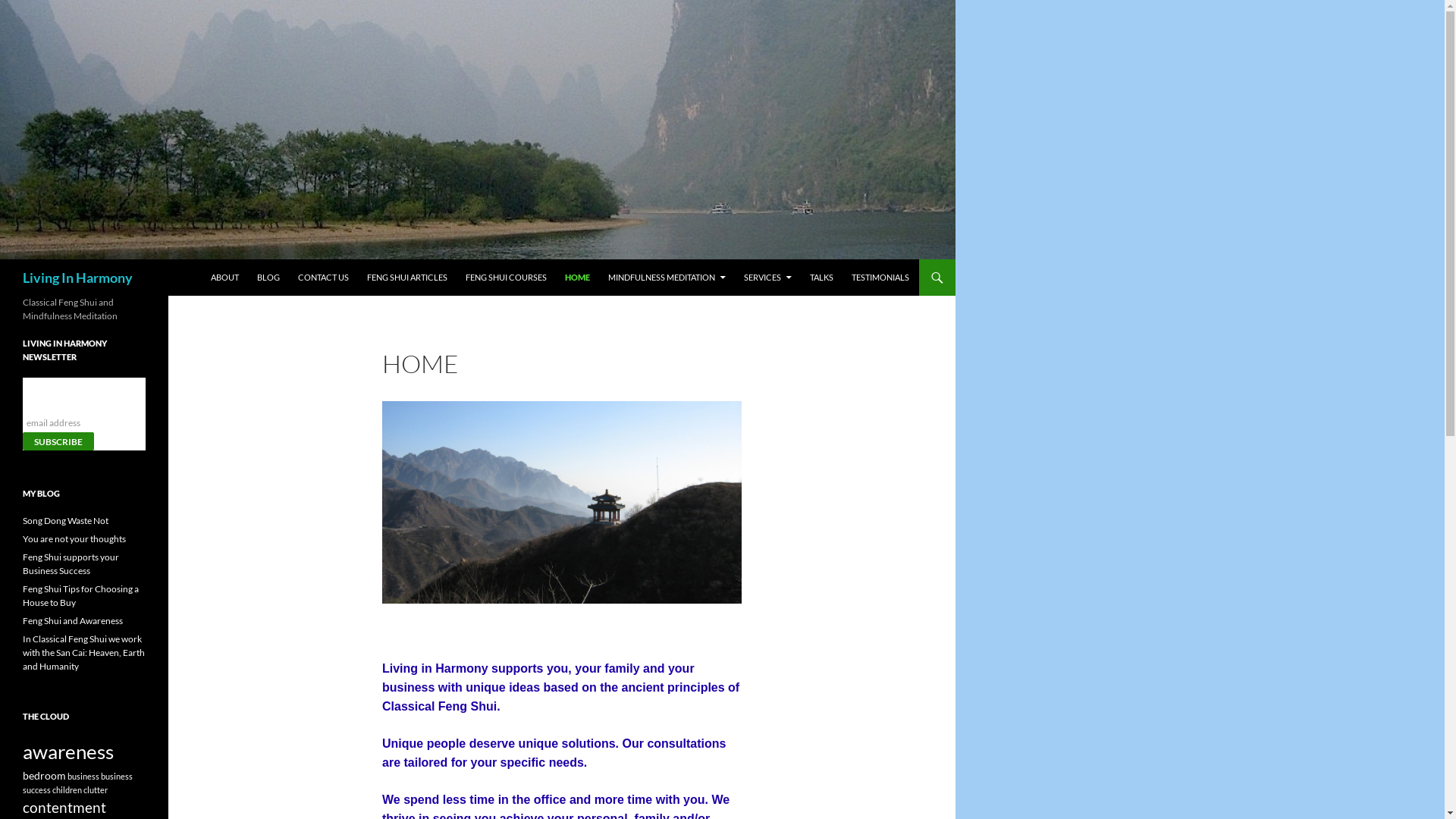  Describe the element at coordinates (506, 278) in the screenshot. I see `'FENG SHUI COURSES'` at that location.